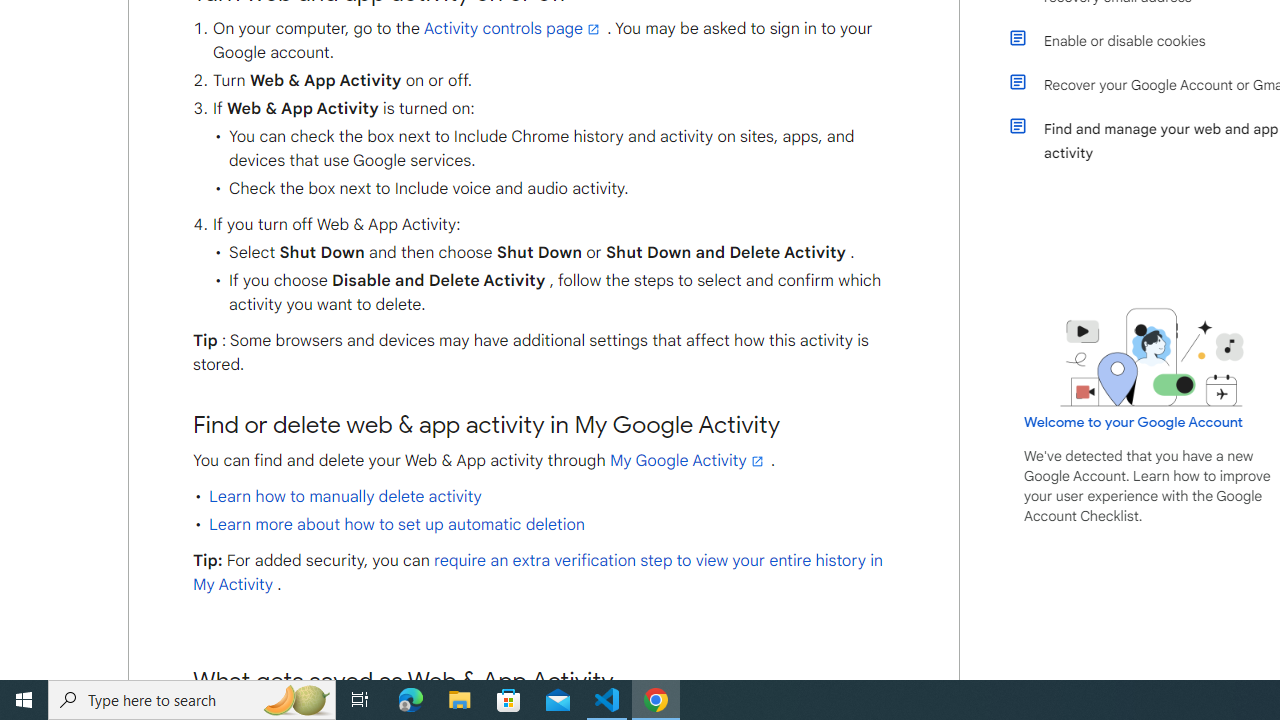  I want to click on 'Learn more about how to set up automatic deletion', so click(396, 523).